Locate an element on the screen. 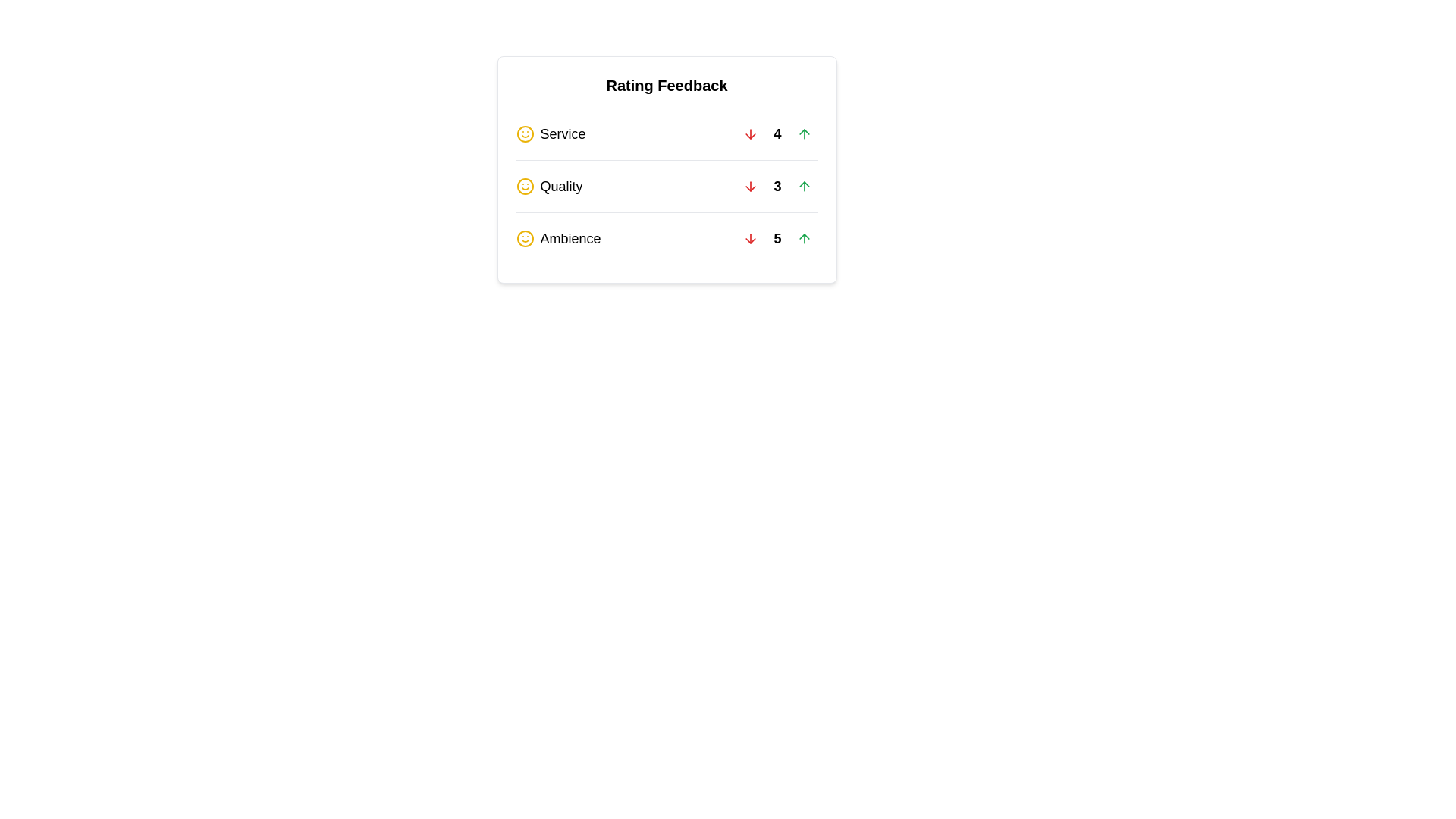  the static text heading that reads 'Rating Feedback', which is a bold large text located at the top of a feedback rating card is located at coordinates (667, 85).